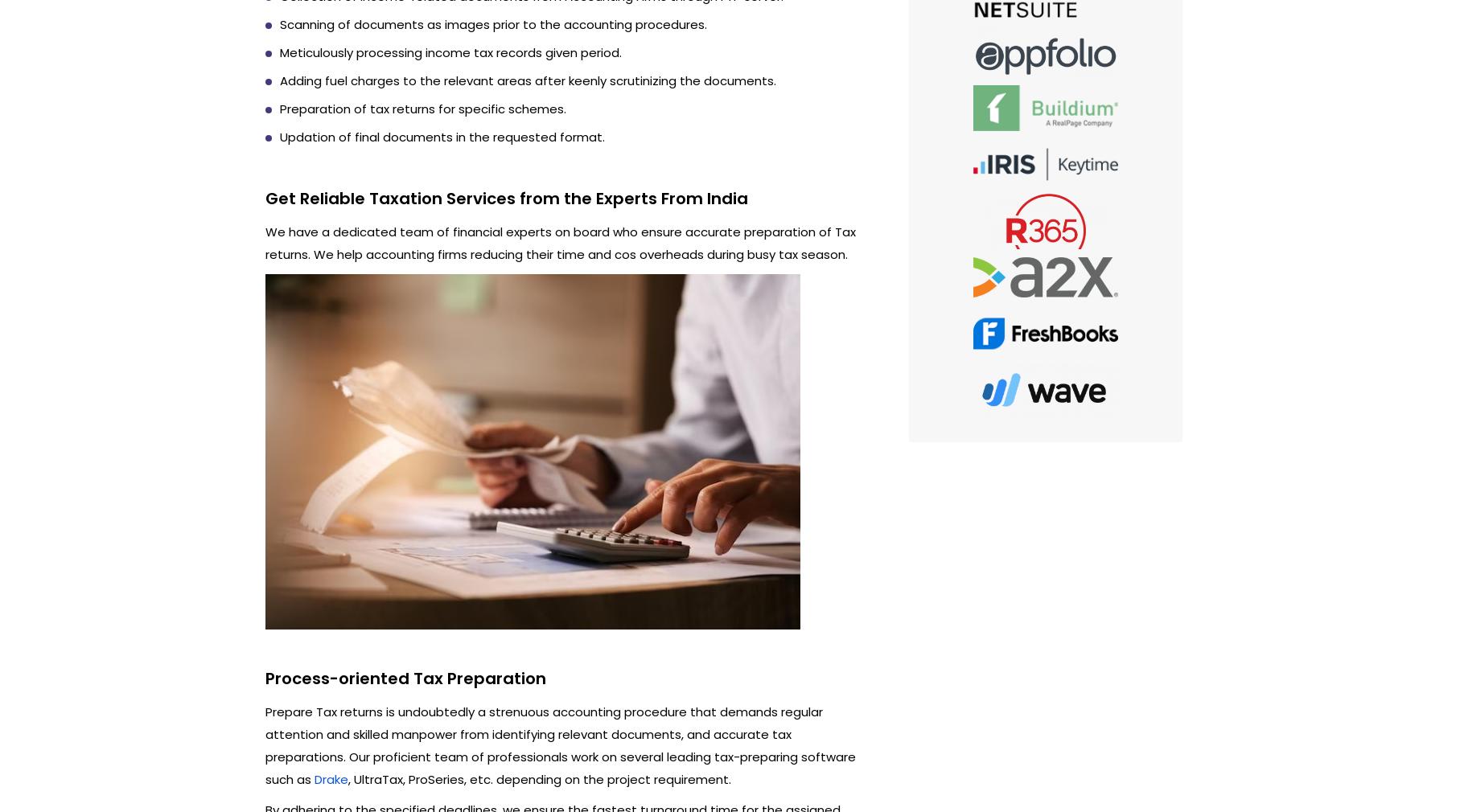 The height and width of the screenshot is (812, 1460). I want to click on 'Adding fuel charges to the relevant areas after keenly scrutinizing the documents.', so click(278, 79).